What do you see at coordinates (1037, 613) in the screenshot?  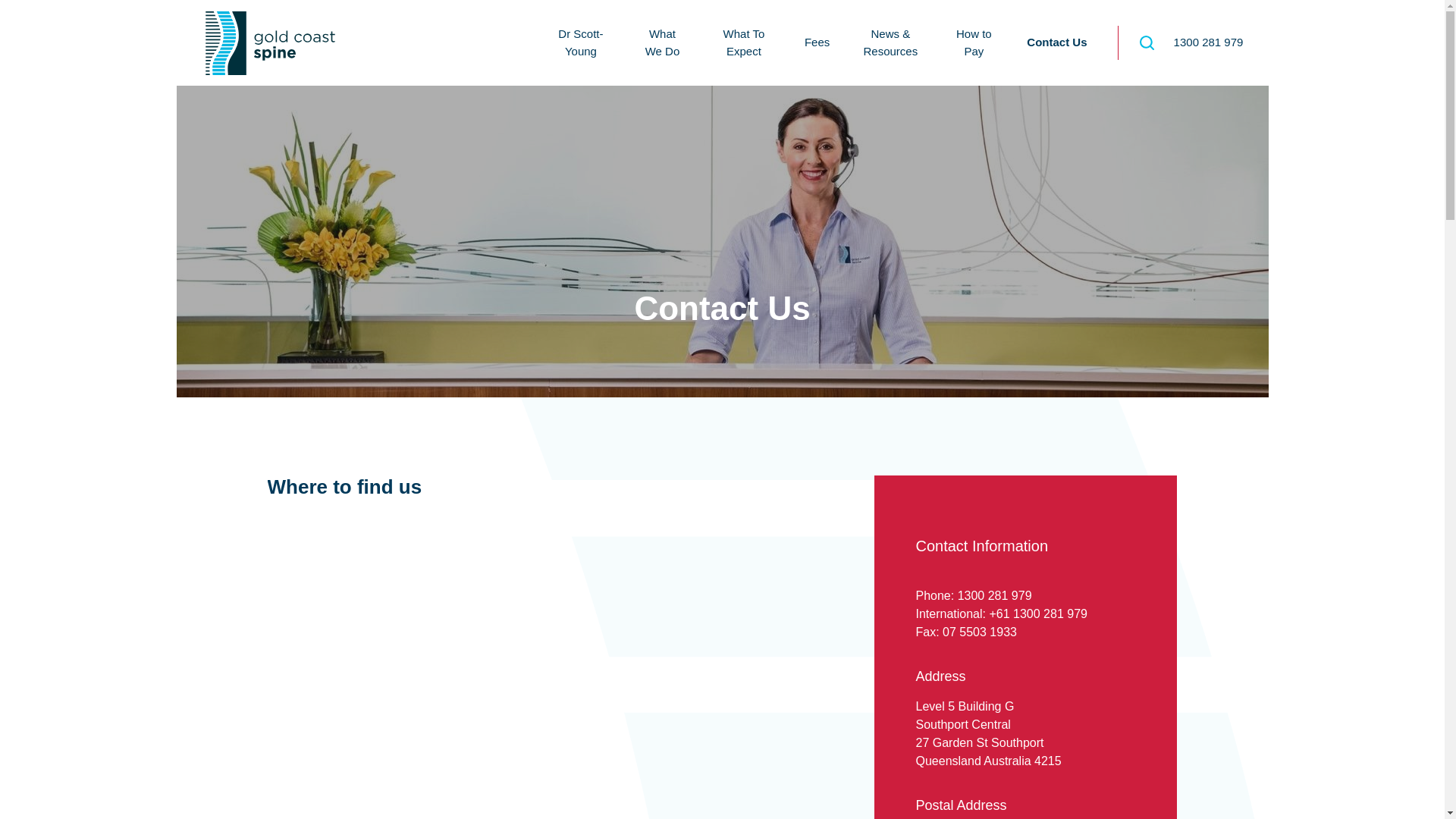 I see `'+61 1300 281 979'` at bounding box center [1037, 613].